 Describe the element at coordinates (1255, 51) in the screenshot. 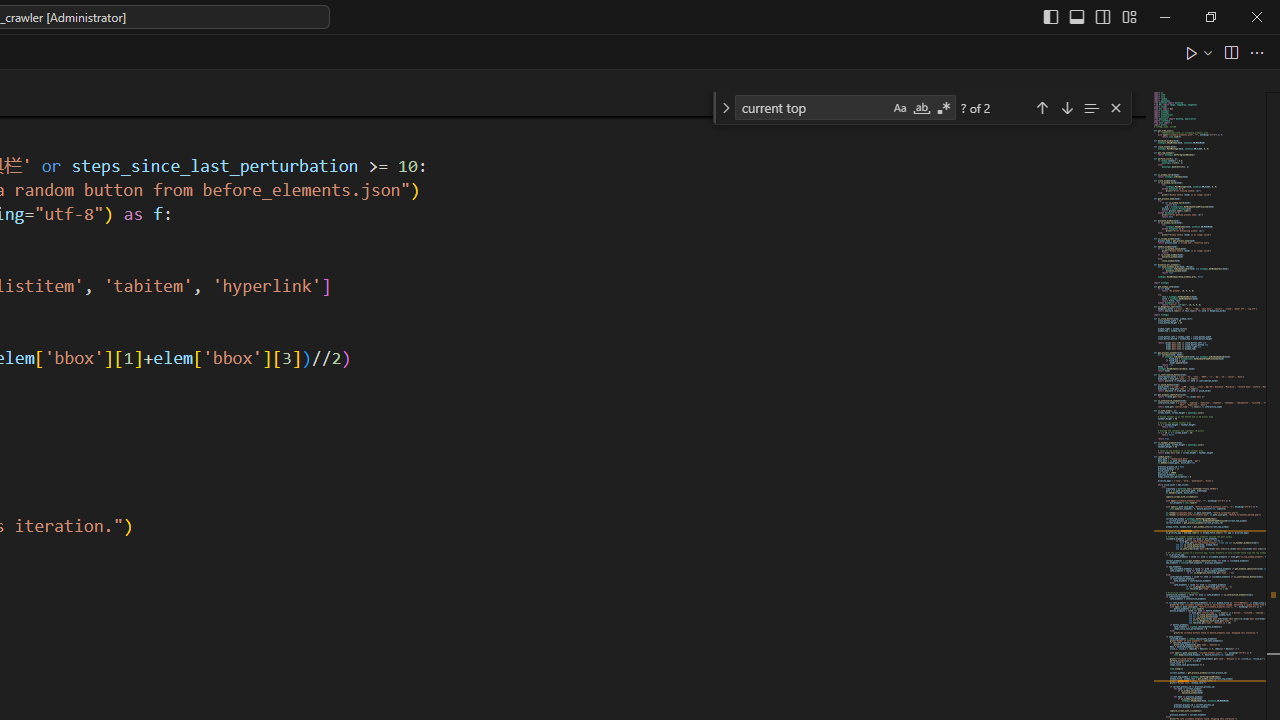

I see `'More Actions...'` at that location.